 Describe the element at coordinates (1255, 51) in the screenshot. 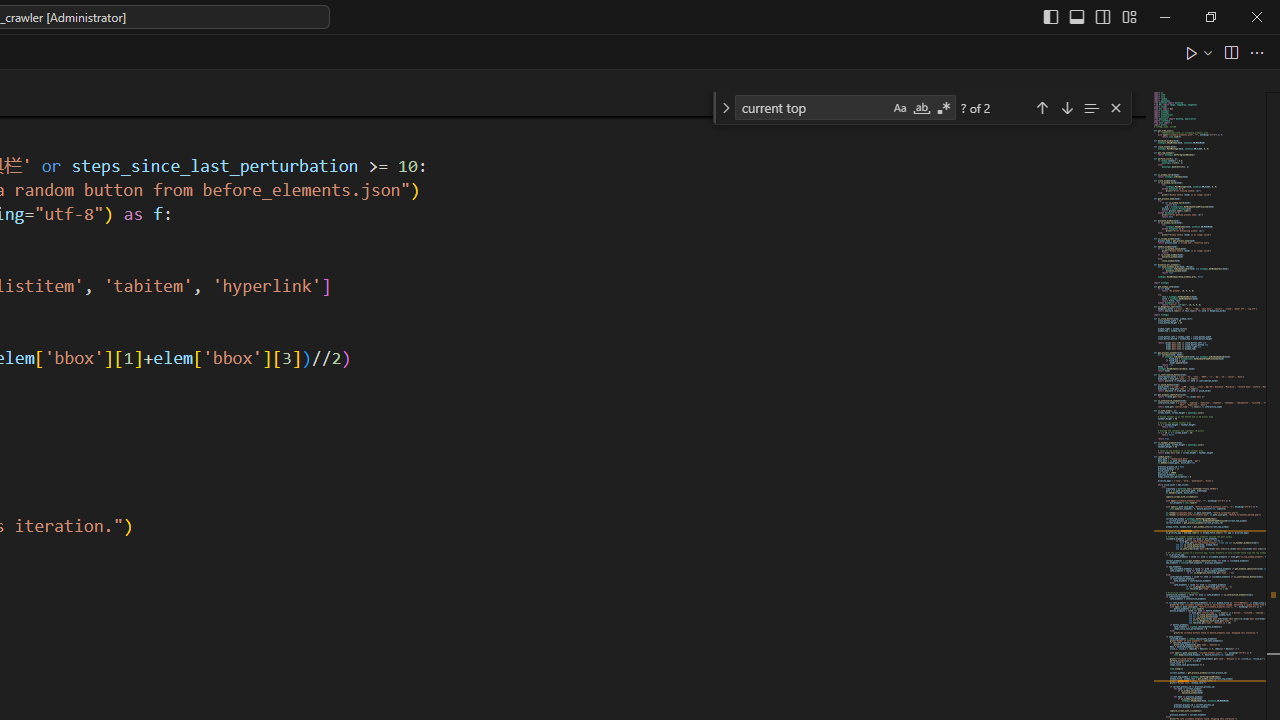

I see `'More Actions...'` at that location.